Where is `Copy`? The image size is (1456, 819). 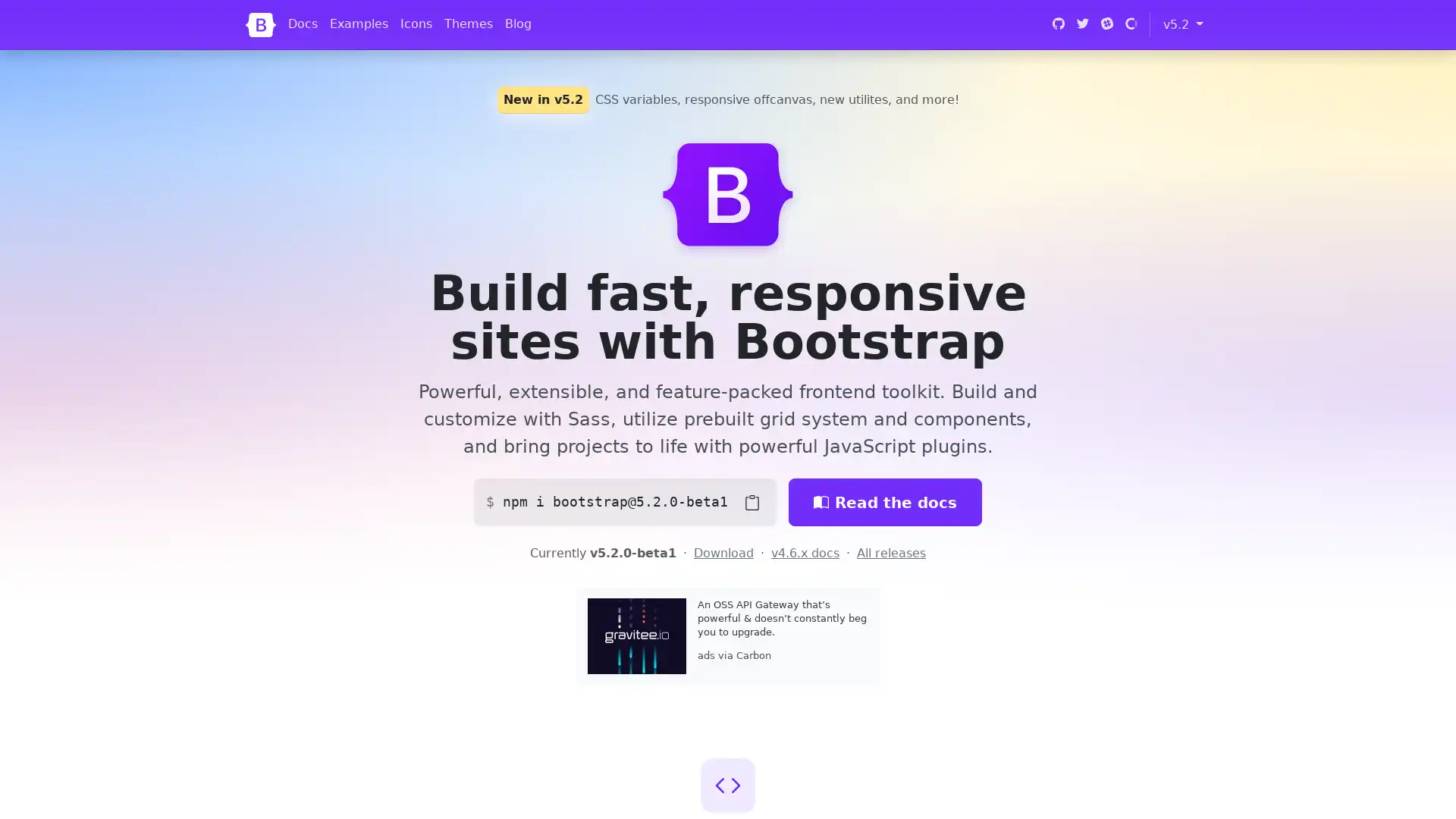 Copy is located at coordinates (752, 501).